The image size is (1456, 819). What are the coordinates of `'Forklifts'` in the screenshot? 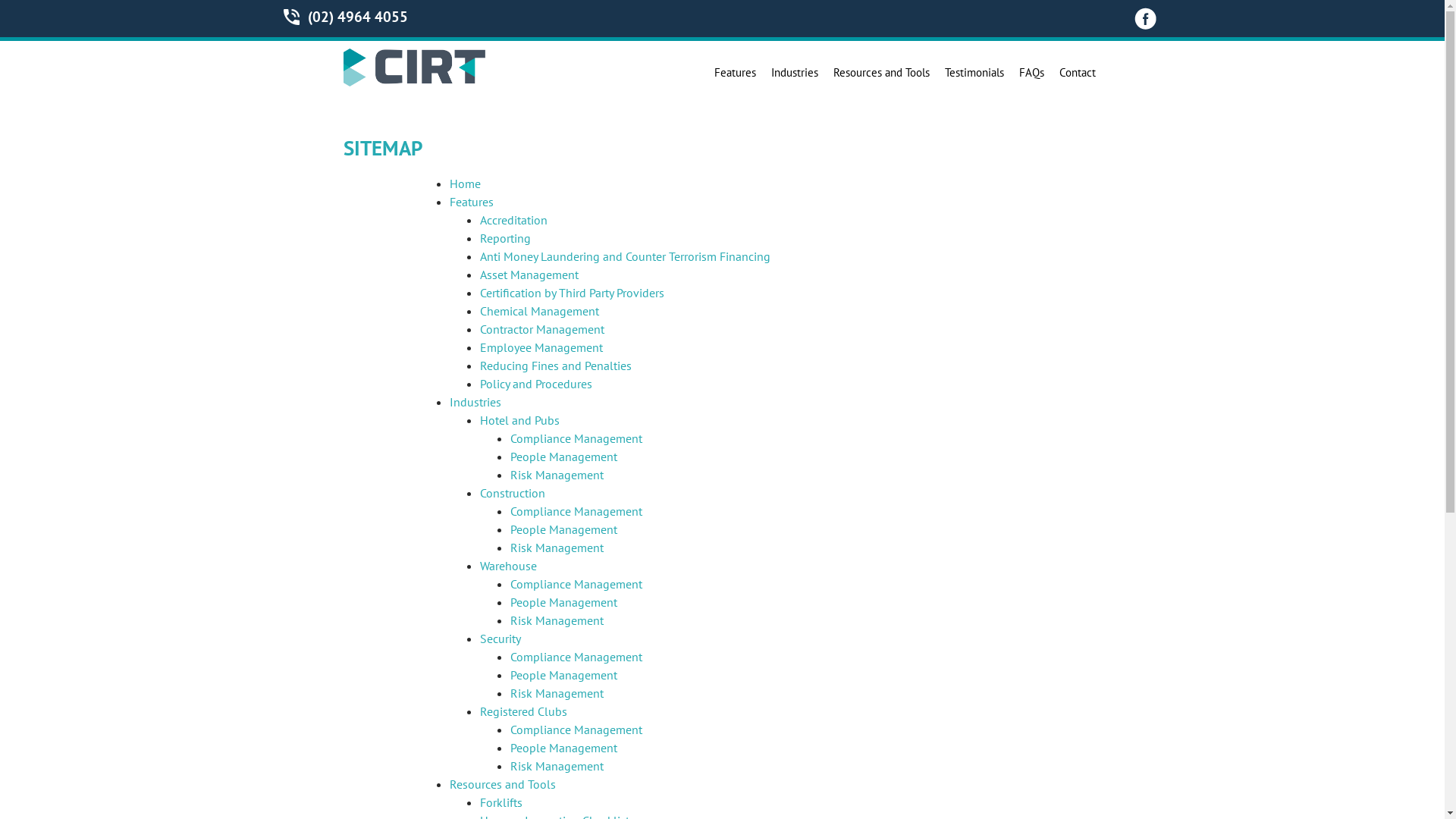 It's located at (500, 801).